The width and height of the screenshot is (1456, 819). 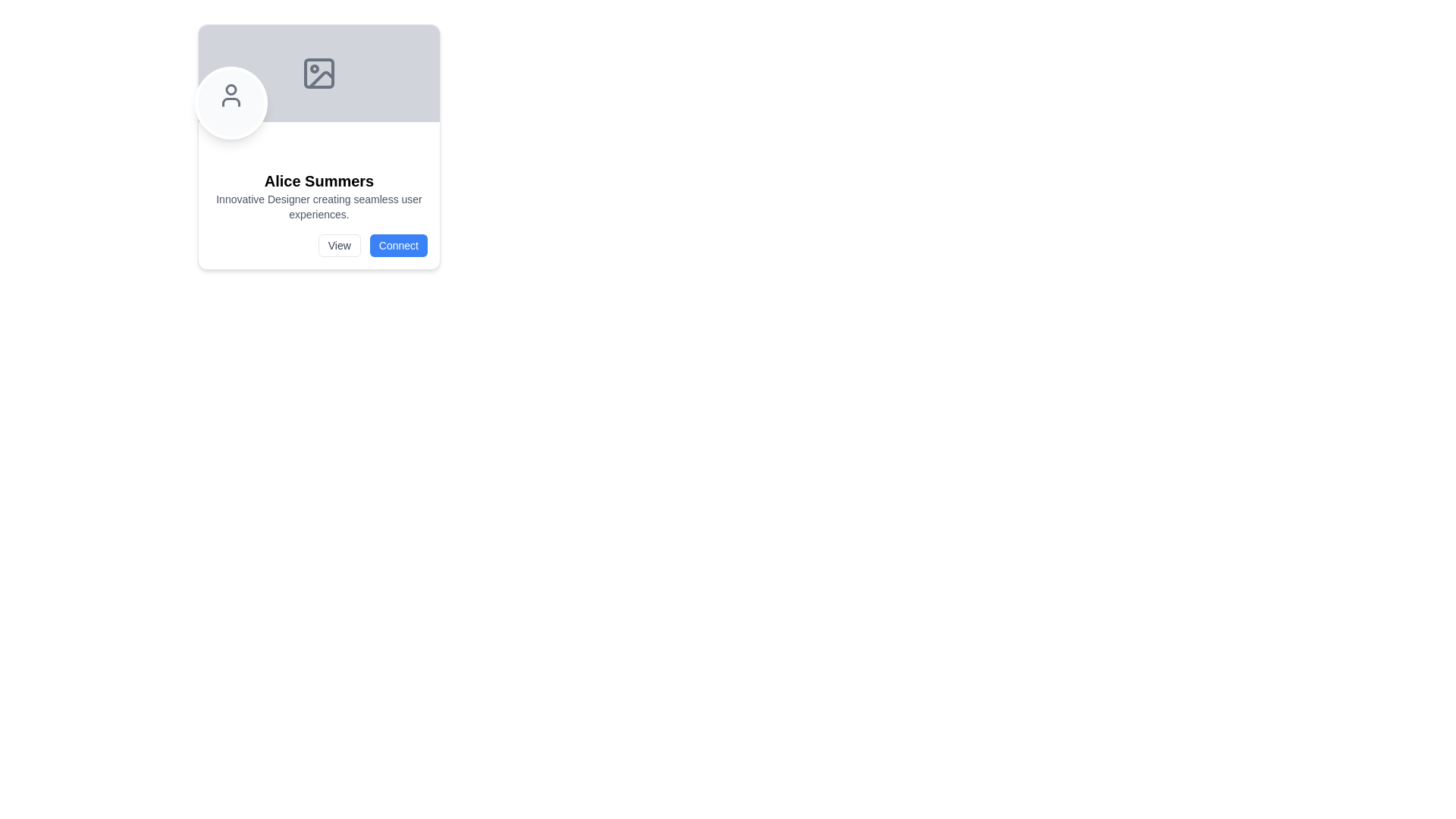 What do you see at coordinates (231, 102) in the screenshot?
I see `the circular avatar placeholder with a white background and gray border, located above the text 'Alice Summers'` at bounding box center [231, 102].